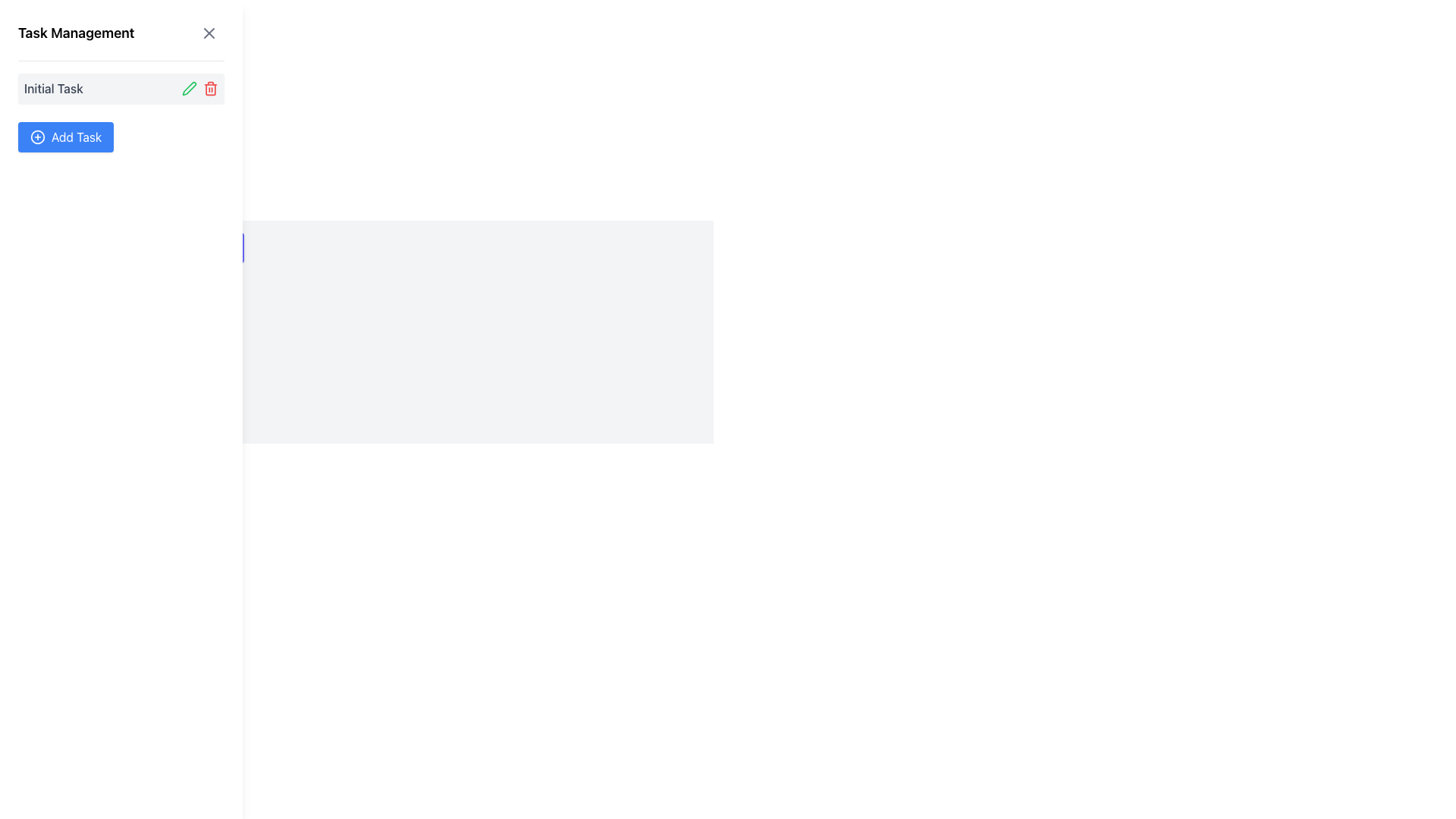 This screenshot has height=819, width=1456. What do you see at coordinates (208, 33) in the screenshot?
I see `the close button located at the top-right corner of the 'Task Management' section to possibly reveal additional information` at bounding box center [208, 33].